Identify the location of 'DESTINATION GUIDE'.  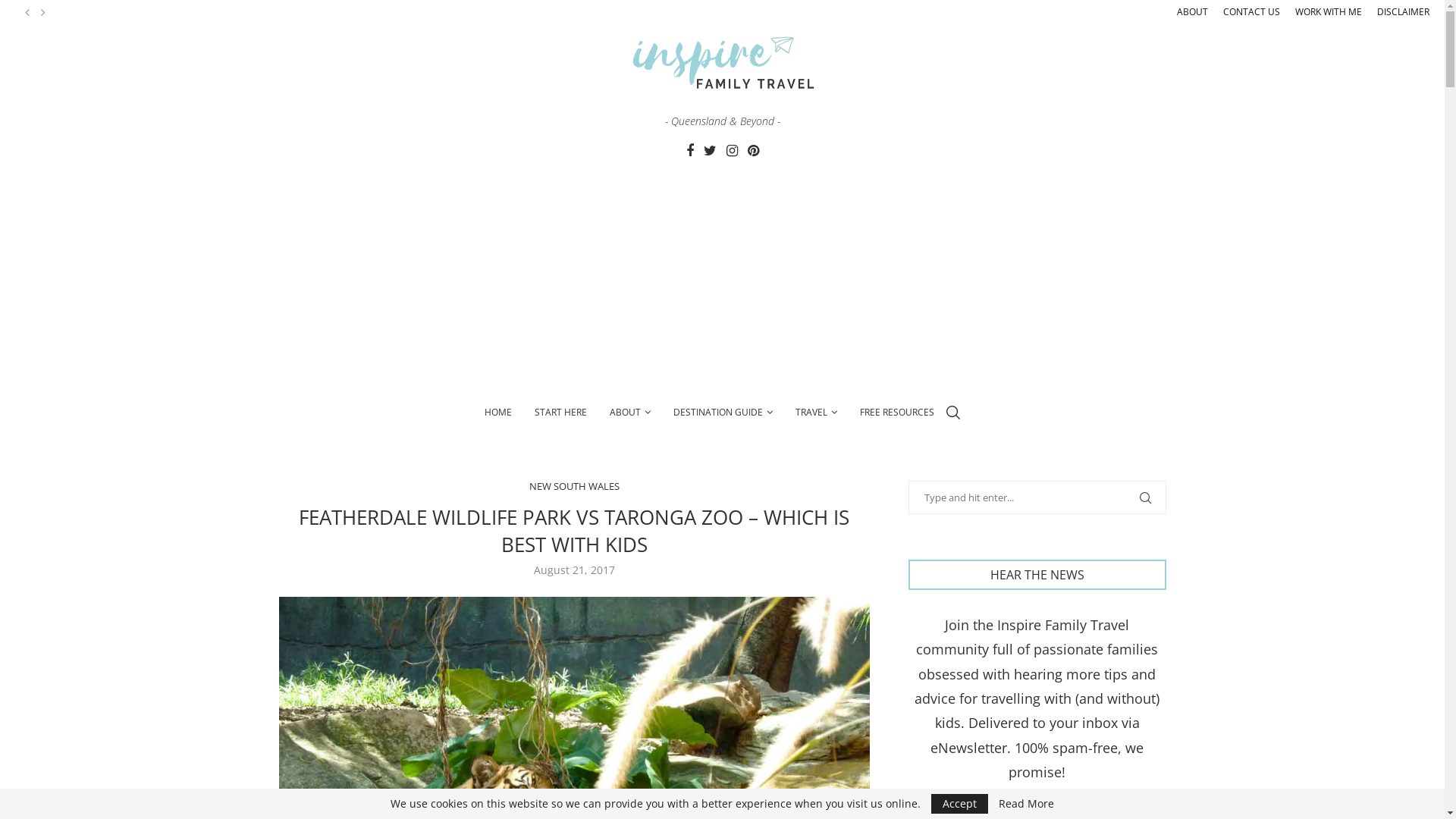
(722, 412).